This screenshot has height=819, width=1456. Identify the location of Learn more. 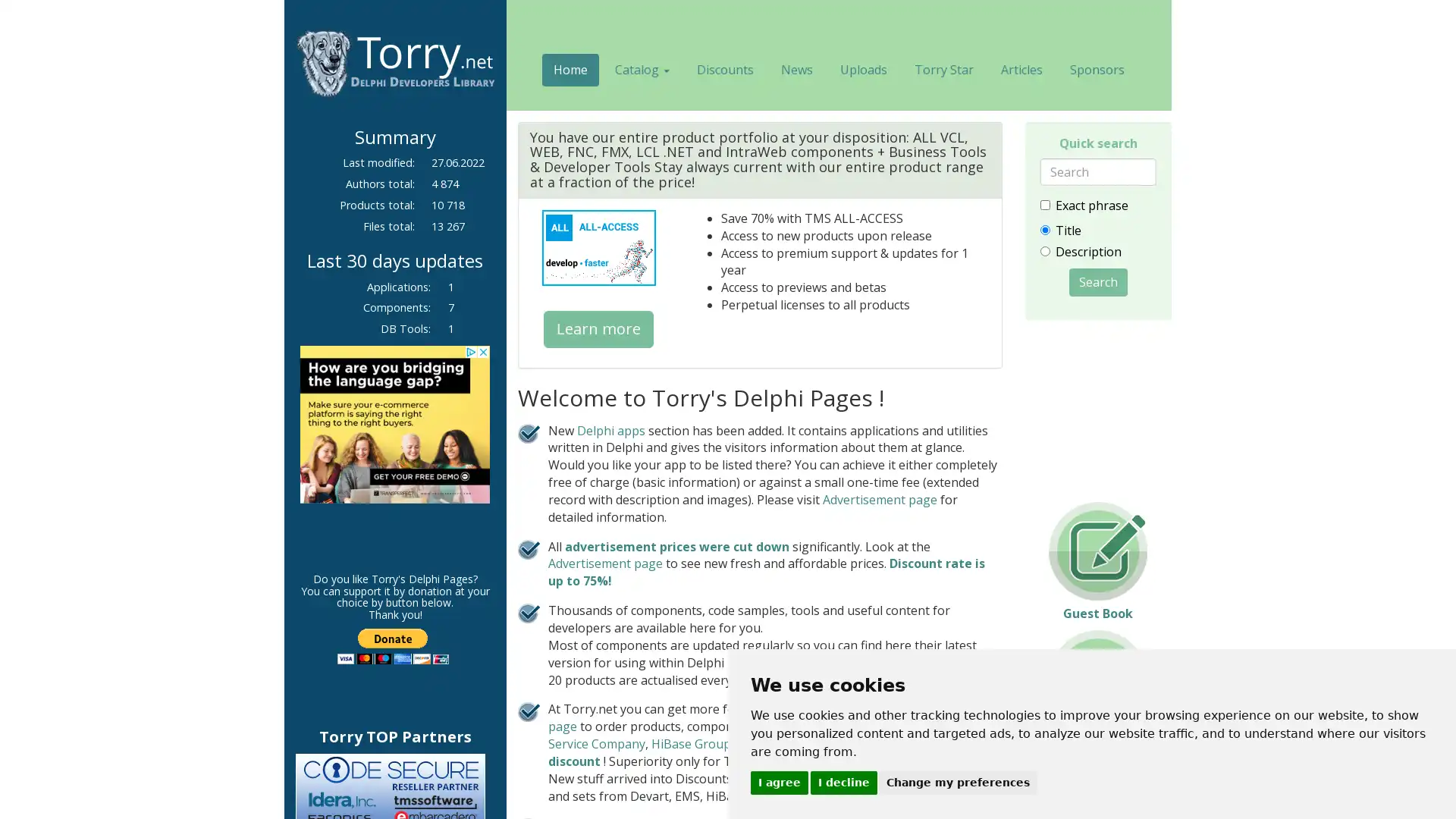
(598, 328).